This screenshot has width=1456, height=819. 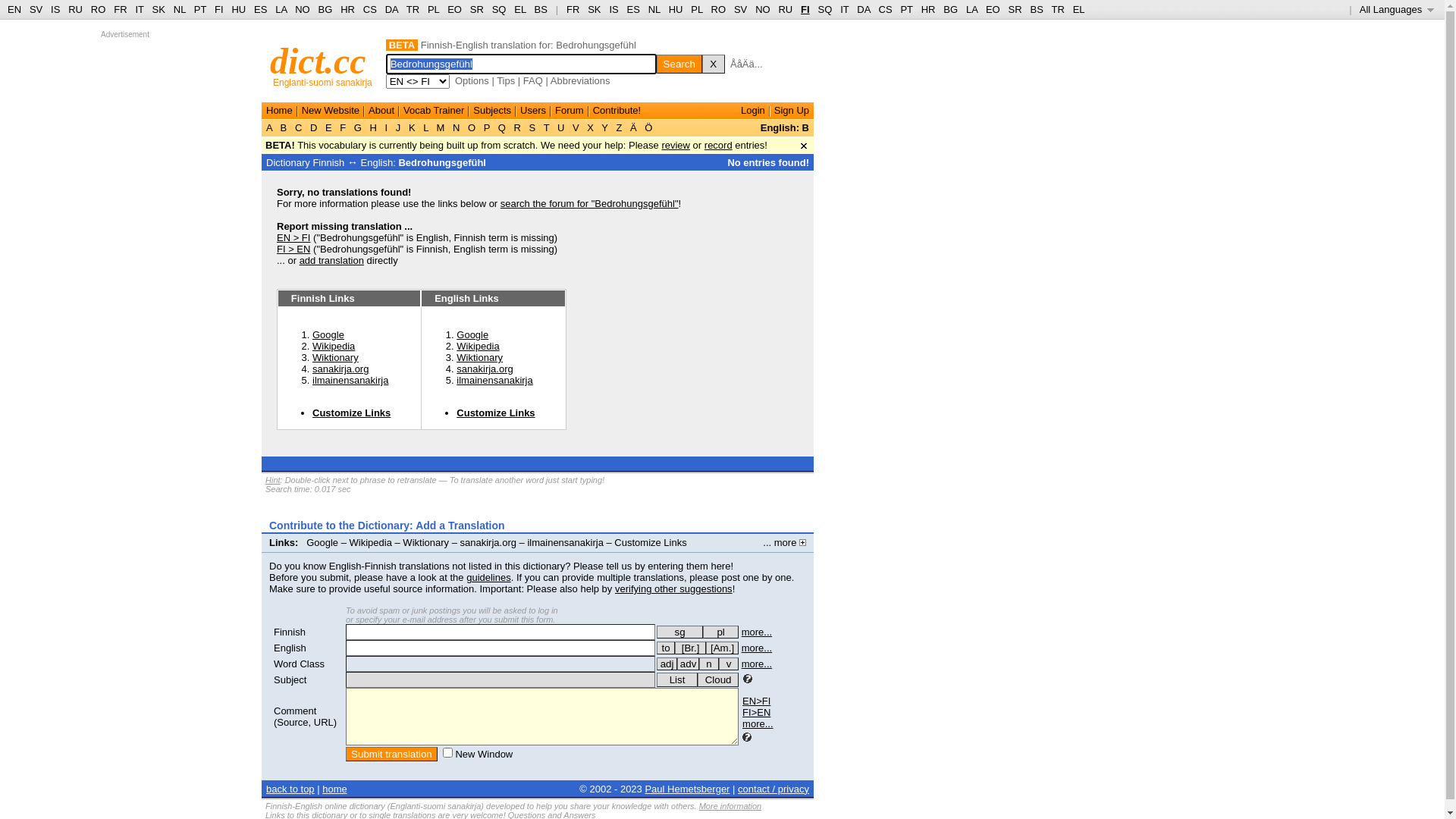 What do you see at coordinates (675, 145) in the screenshot?
I see `'review'` at bounding box center [675, 145].